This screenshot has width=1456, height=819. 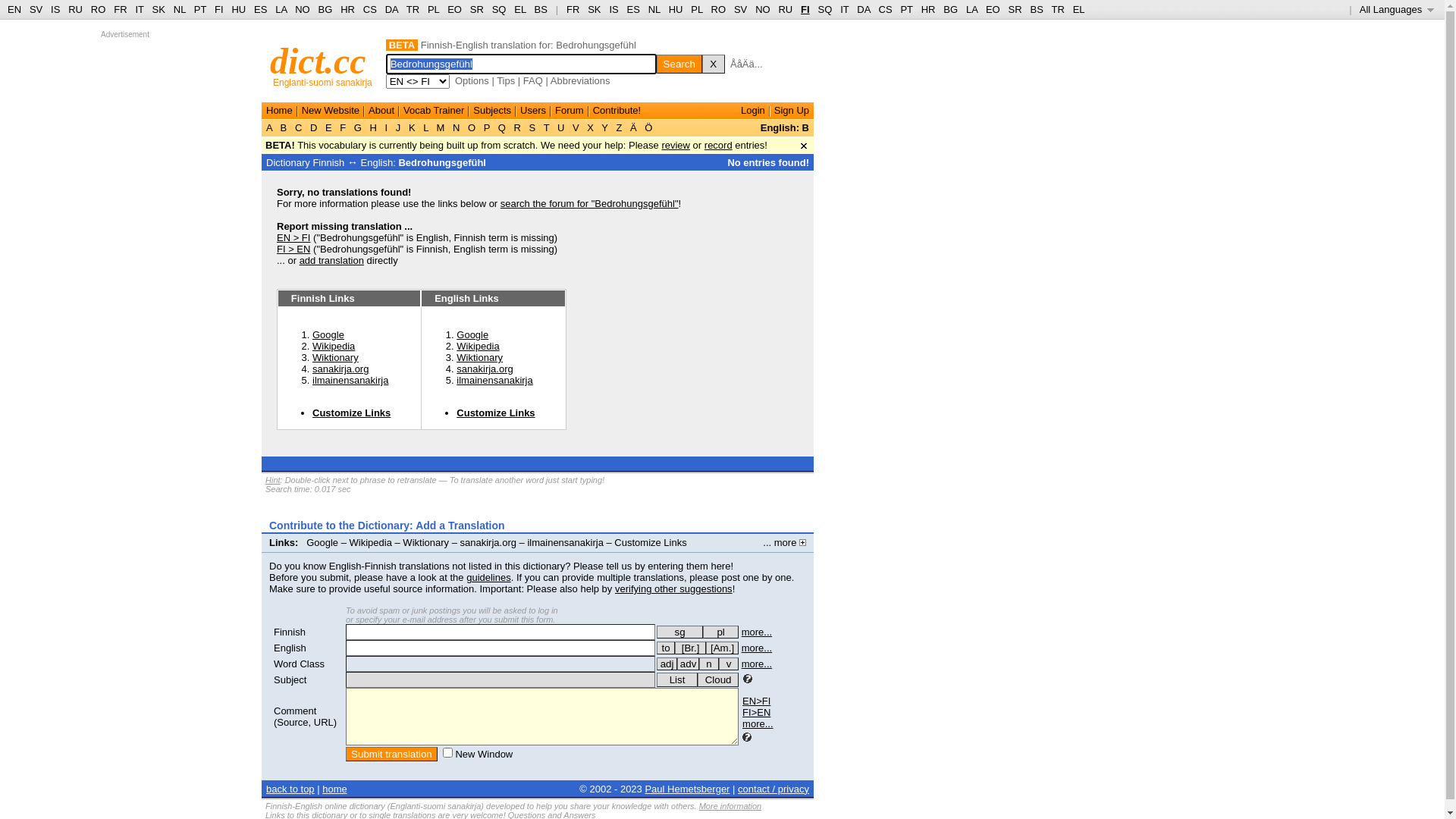 What do you see at coordinates (675, 145) in the screenshot?
I see `'review'` at bounding box center [675, 145].